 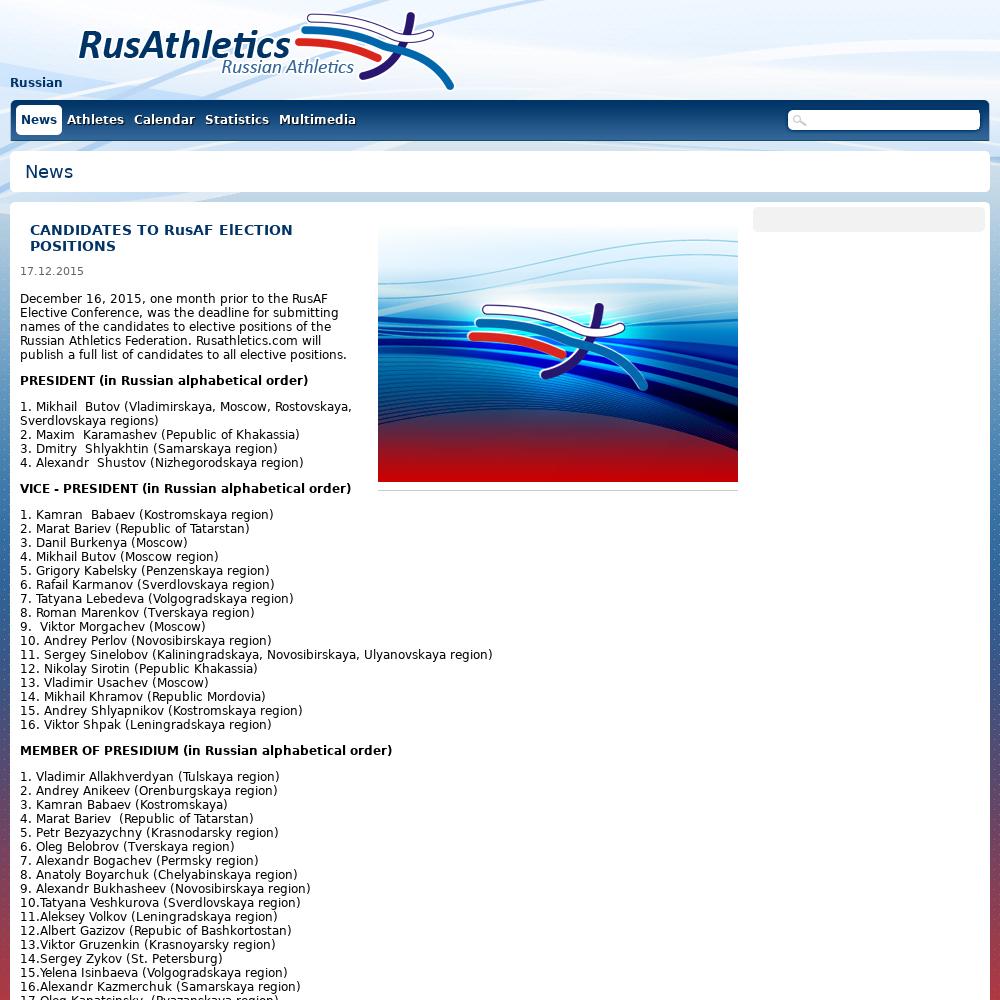 What do you see at coordinates (154, 972) in the screenshot?
I see `'15.Yelena Isinbaeva (Volgogradskaya region)'` at bounding box center [154, 972].